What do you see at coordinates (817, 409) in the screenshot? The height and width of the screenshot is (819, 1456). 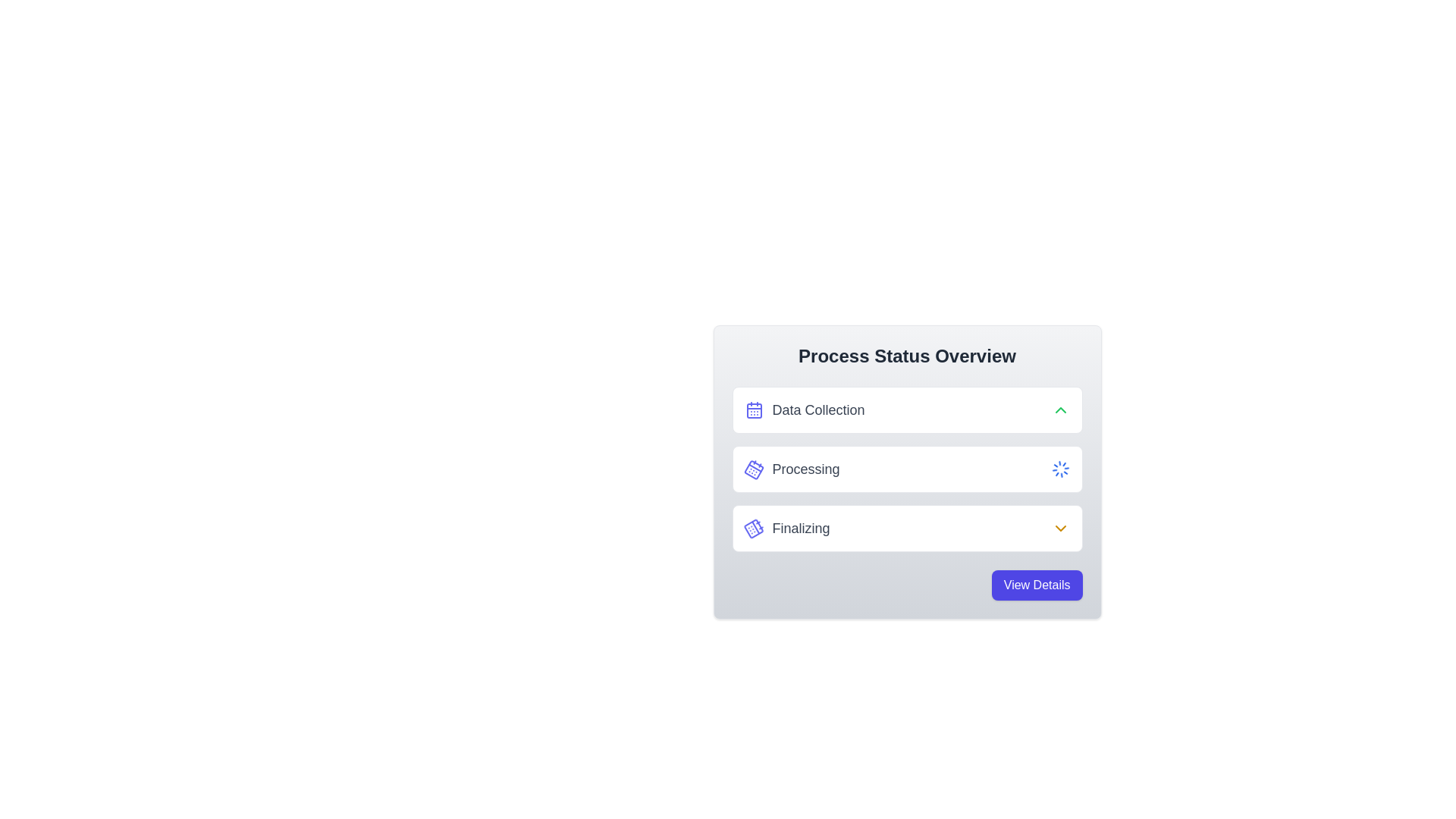 I see `the Text Label that describes the status or category for a process step in the 'Process Status Overview' card, which is horizontally aligned with a calendar icon to the left` at bounding box center [817, 409].